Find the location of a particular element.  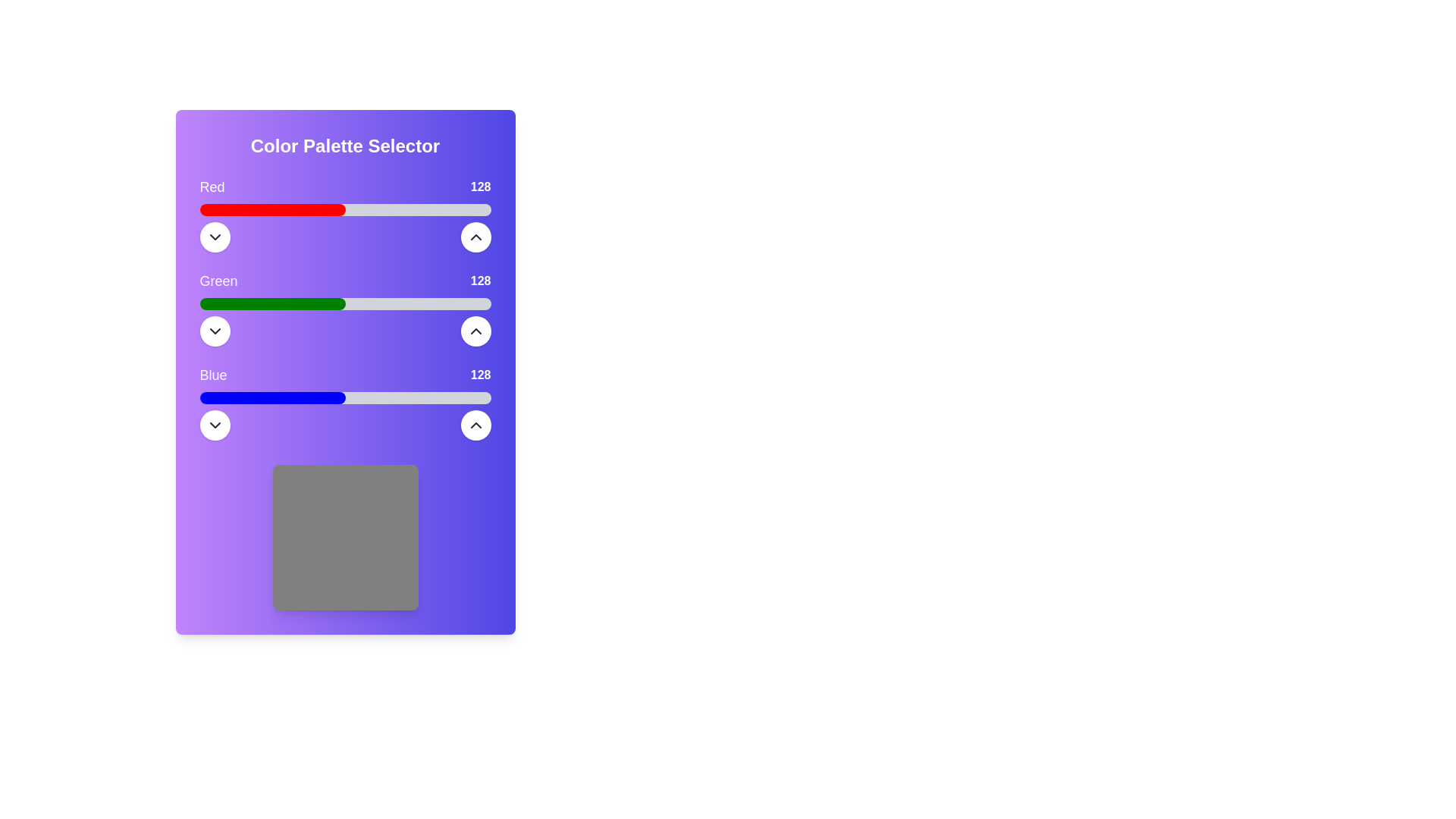

the third horizontal progress bar, which has a gray background and a blue filled section representing half of the progress, located under the text 'Blue' and the numeric value '128' is located at coordinates (344, 397).